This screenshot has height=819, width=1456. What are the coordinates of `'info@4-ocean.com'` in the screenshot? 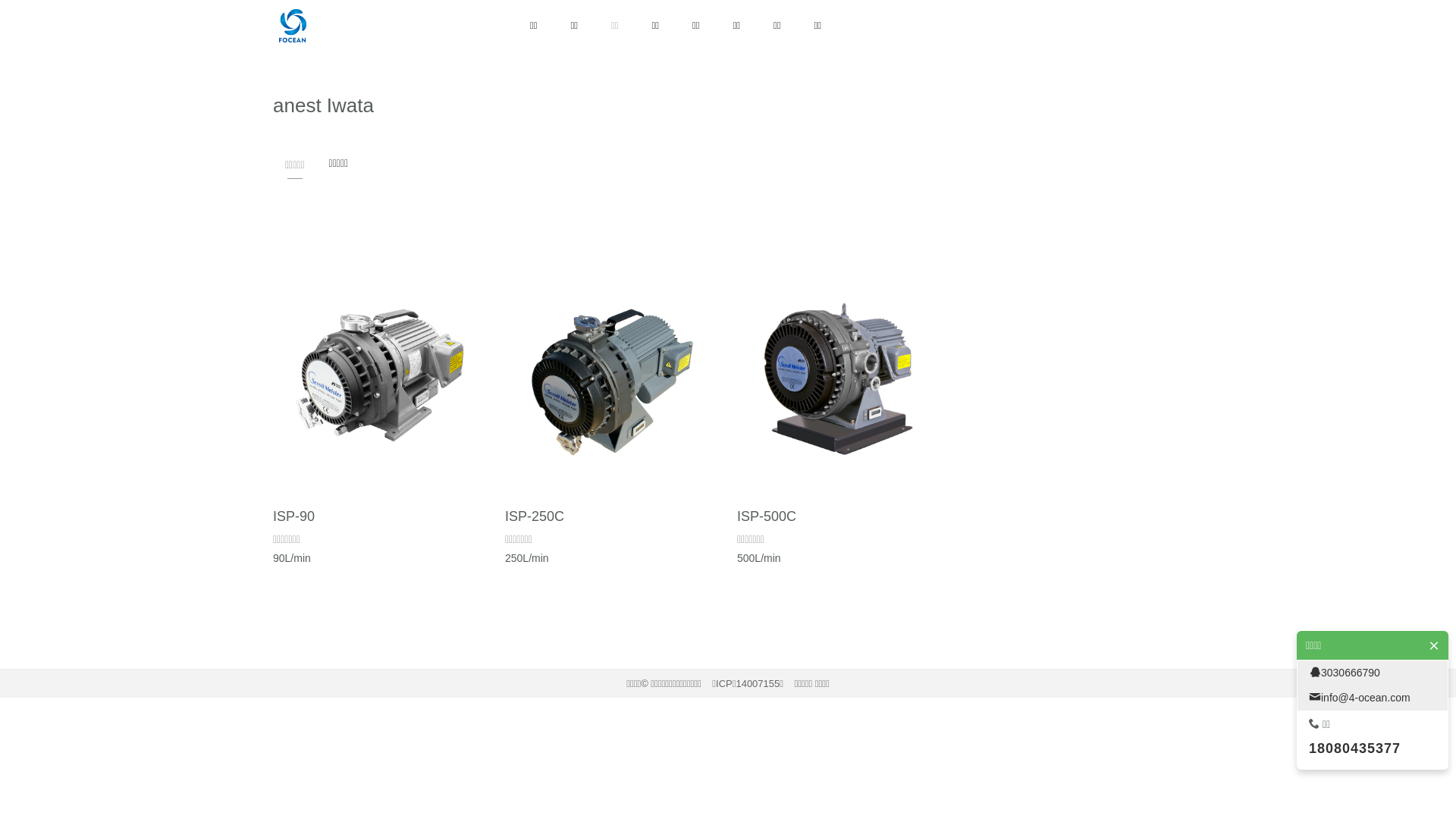 It's located at (1372, 698).